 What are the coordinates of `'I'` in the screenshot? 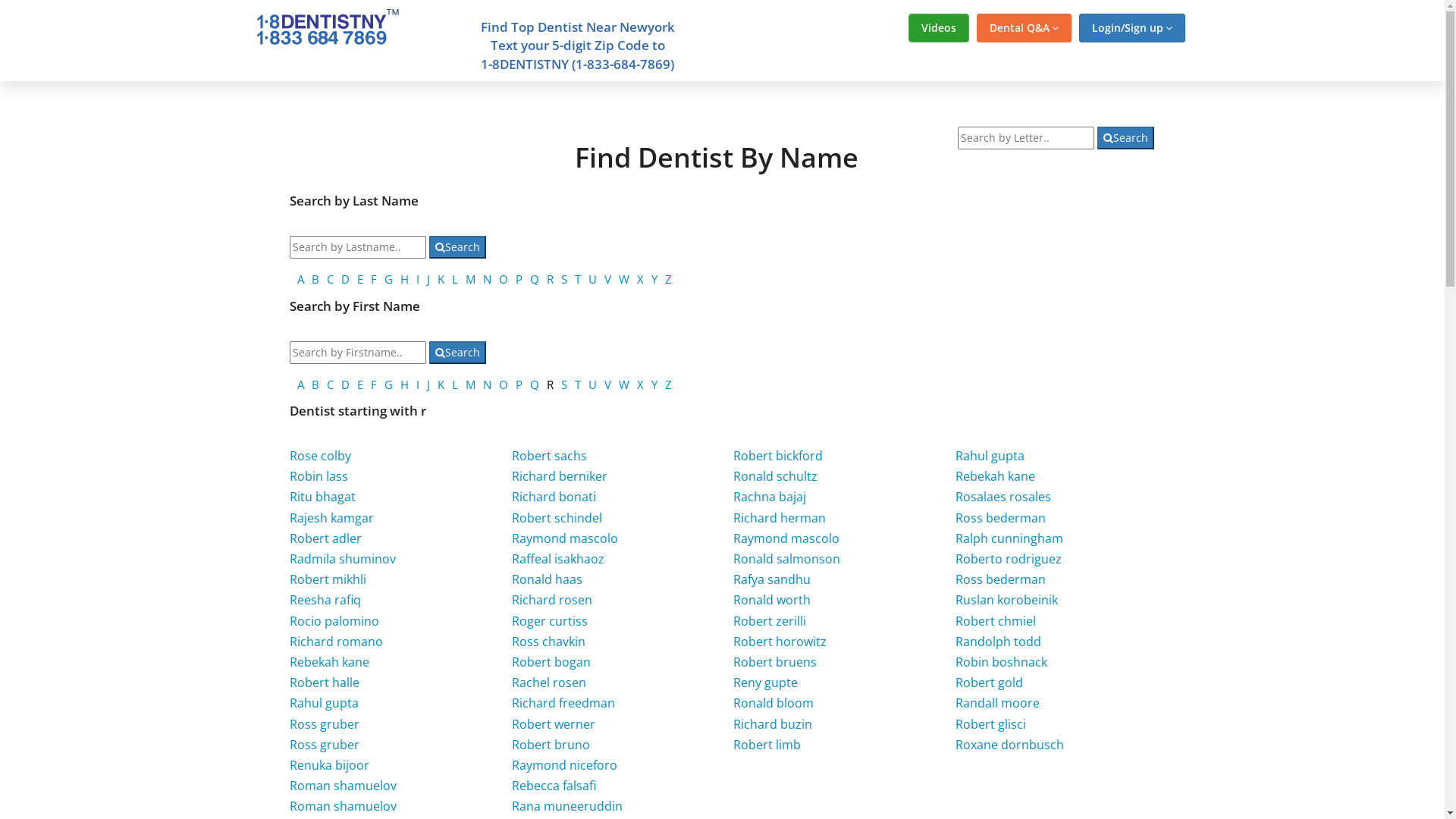 It's located at (416, 278).